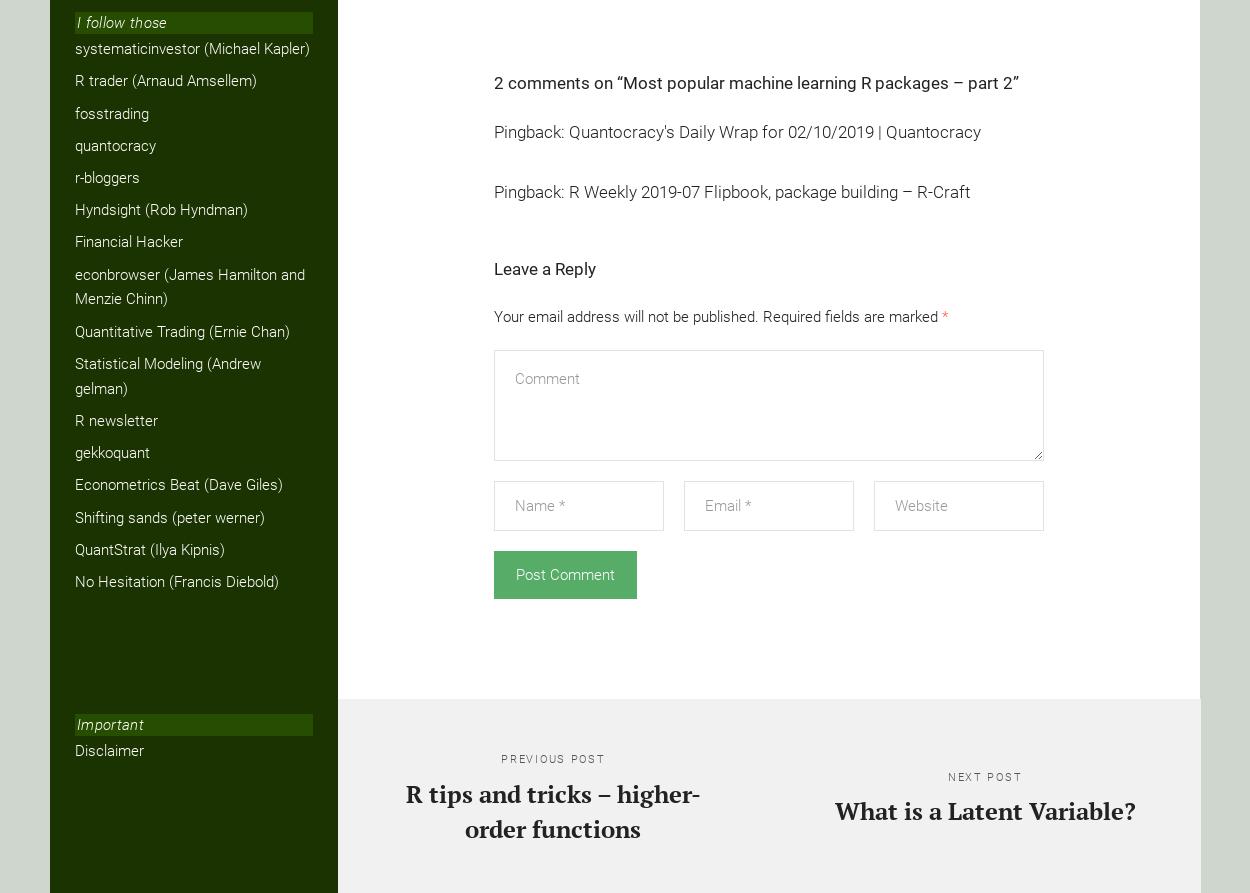 This screenshot has height=893, width=1250. Describe the element at coordinates (768, 190) in the screenshot. I see `'R Weekly 2019-07 Flipbook, package building – R-Craft'` at that location.